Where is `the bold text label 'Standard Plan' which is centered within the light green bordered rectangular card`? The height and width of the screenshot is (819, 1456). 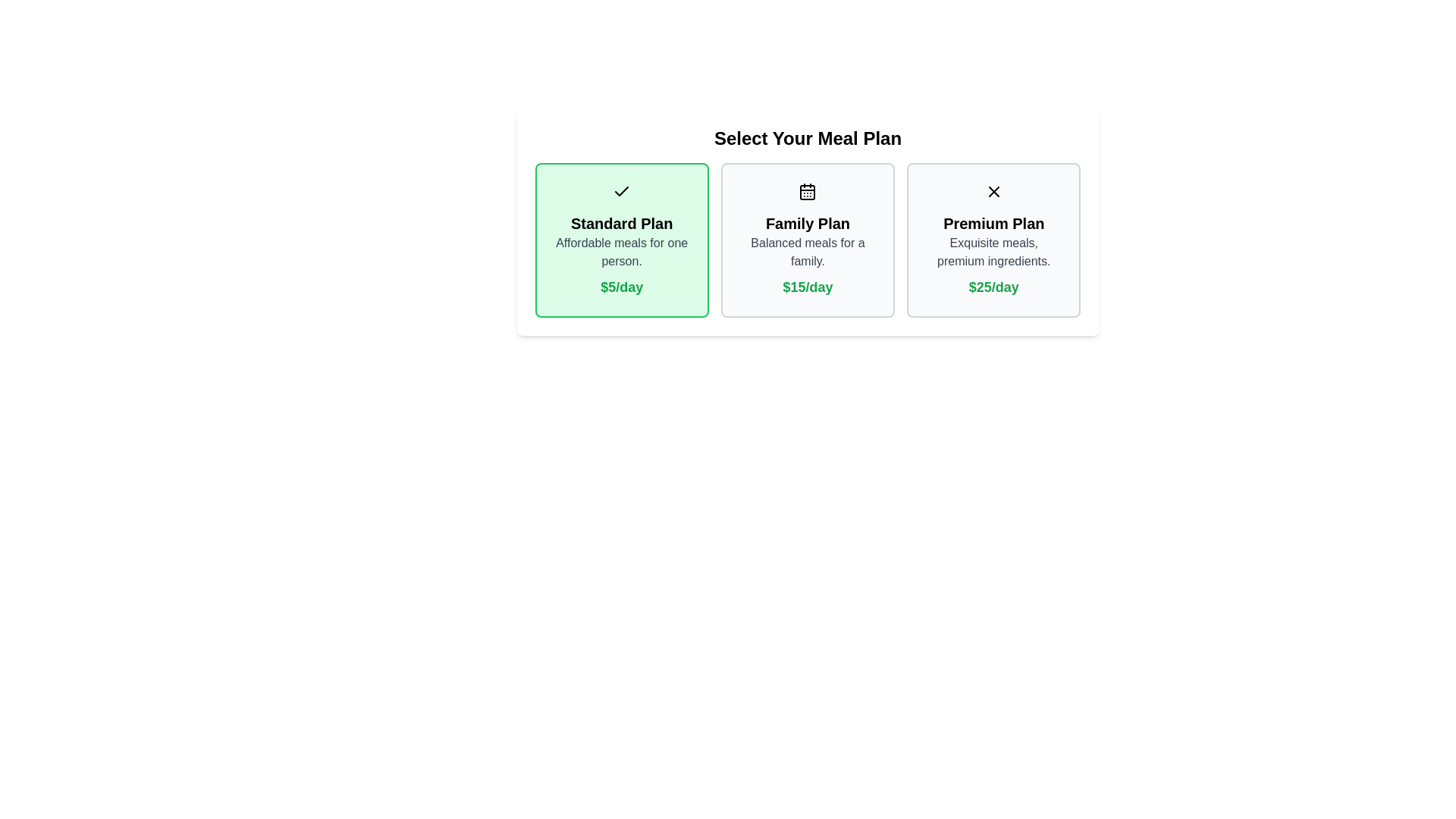
the bold text label 'Standard Plan' which is centered within the light green bordered rectangular card is located at coordinates (622, 223).